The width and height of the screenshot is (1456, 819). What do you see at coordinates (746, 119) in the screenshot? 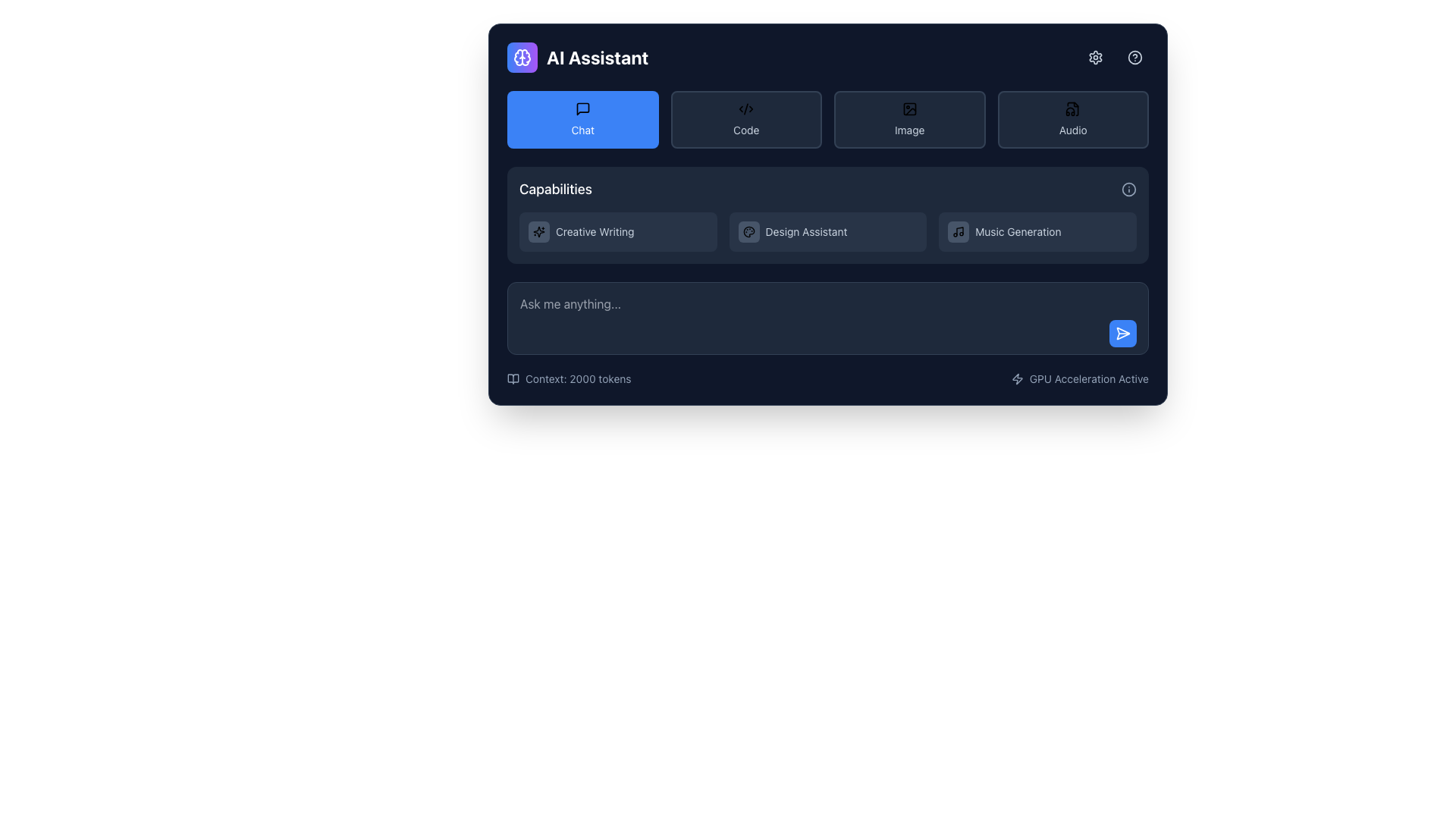
I see `the button located between the 'Chat' button on the left and the 'Image' button on the right` at bounding box center [746, 119].